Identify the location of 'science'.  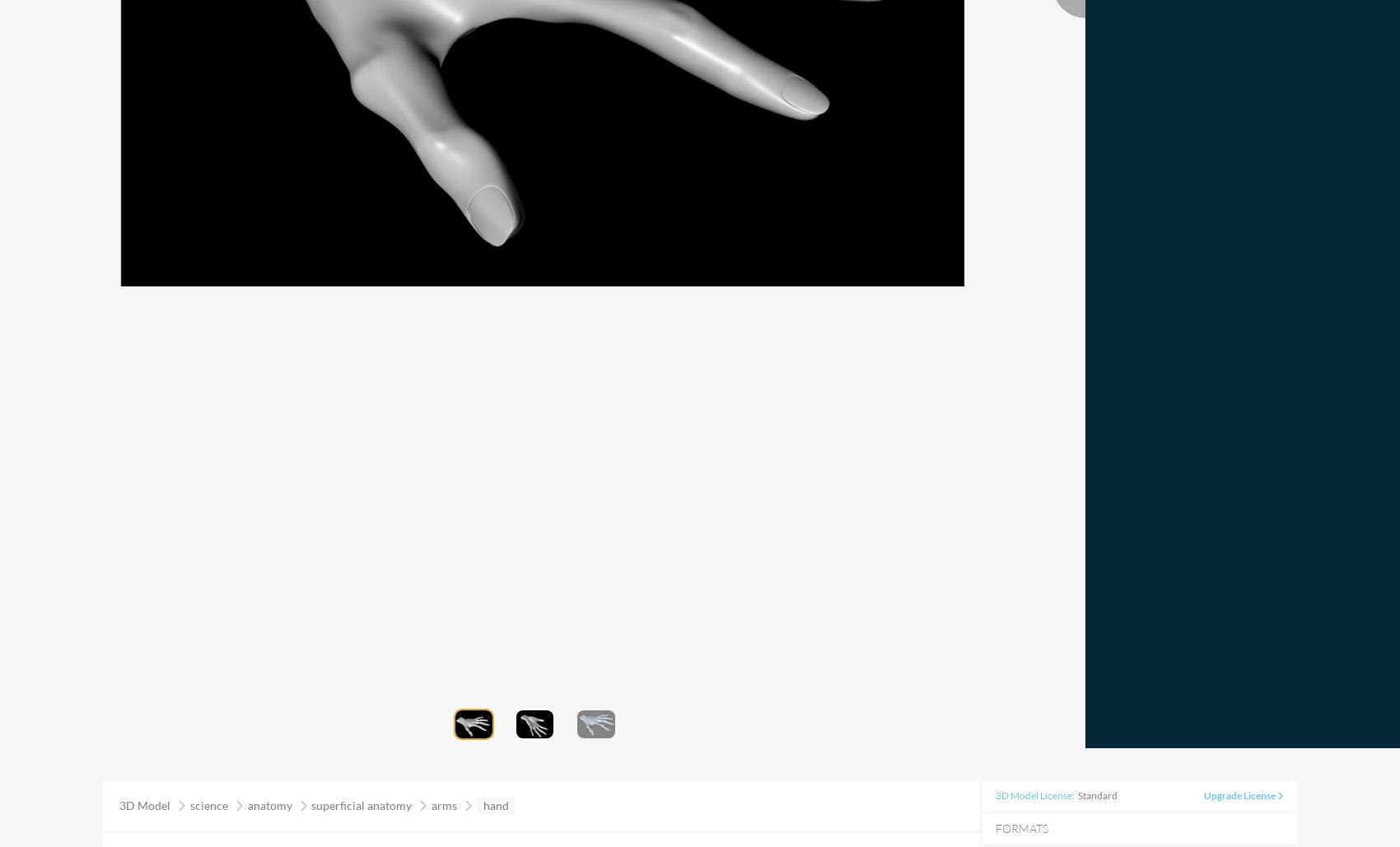
(208, 804).